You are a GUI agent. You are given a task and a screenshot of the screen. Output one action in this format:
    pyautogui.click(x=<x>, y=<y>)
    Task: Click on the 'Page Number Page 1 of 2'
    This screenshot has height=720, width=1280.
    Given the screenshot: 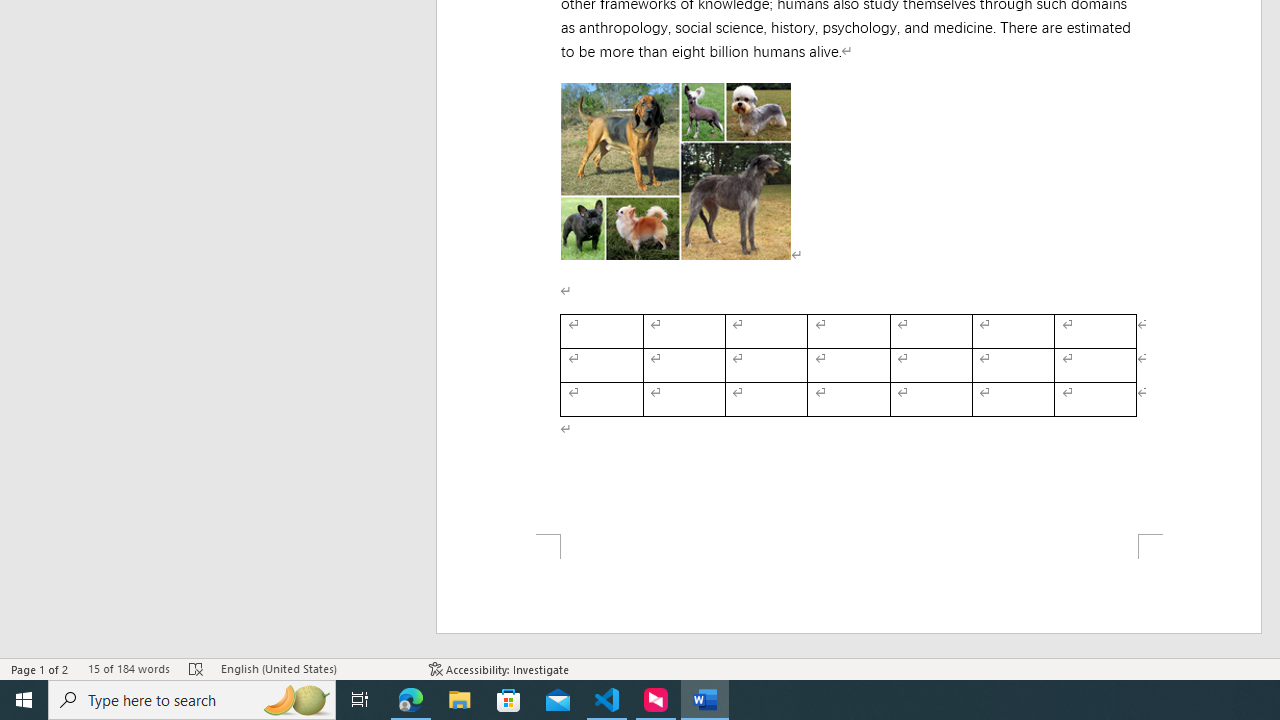 What is the action you would take?
    pyautogui.click(x=40, y=669)
    